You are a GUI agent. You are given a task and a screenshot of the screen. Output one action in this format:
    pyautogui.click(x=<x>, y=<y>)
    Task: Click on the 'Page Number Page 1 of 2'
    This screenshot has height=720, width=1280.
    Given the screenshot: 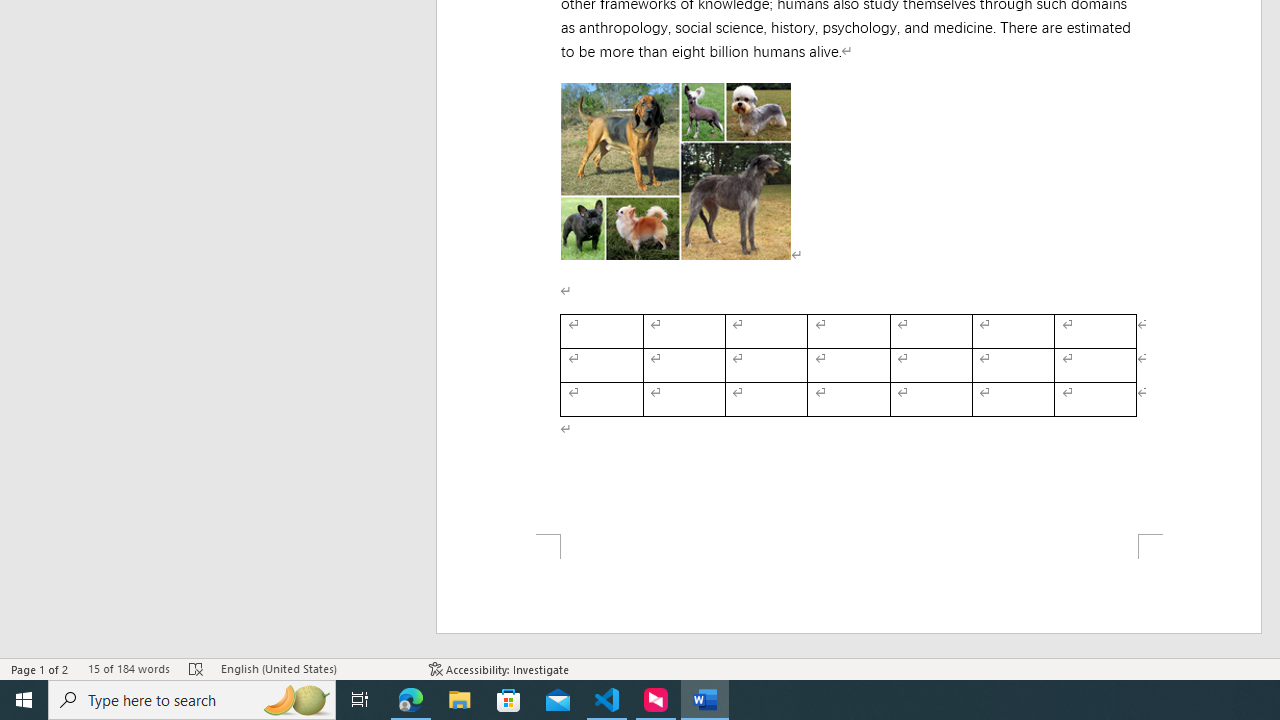 What is the action you would take?
    pyautogui.click(x=40, y=669)
    